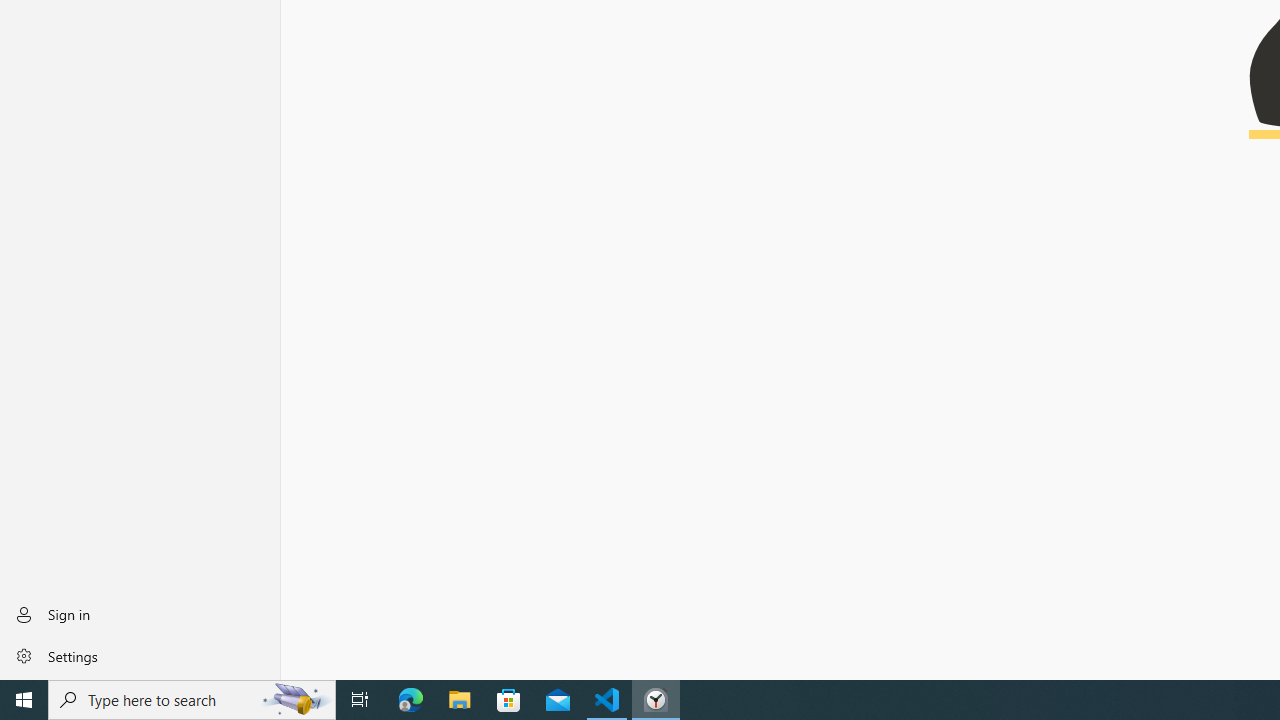 This screenshot has height=720, width=1280. Describe the element at coordinates (410, 698) in the screenshot. I see `'Microsoft Edge'` at that location.